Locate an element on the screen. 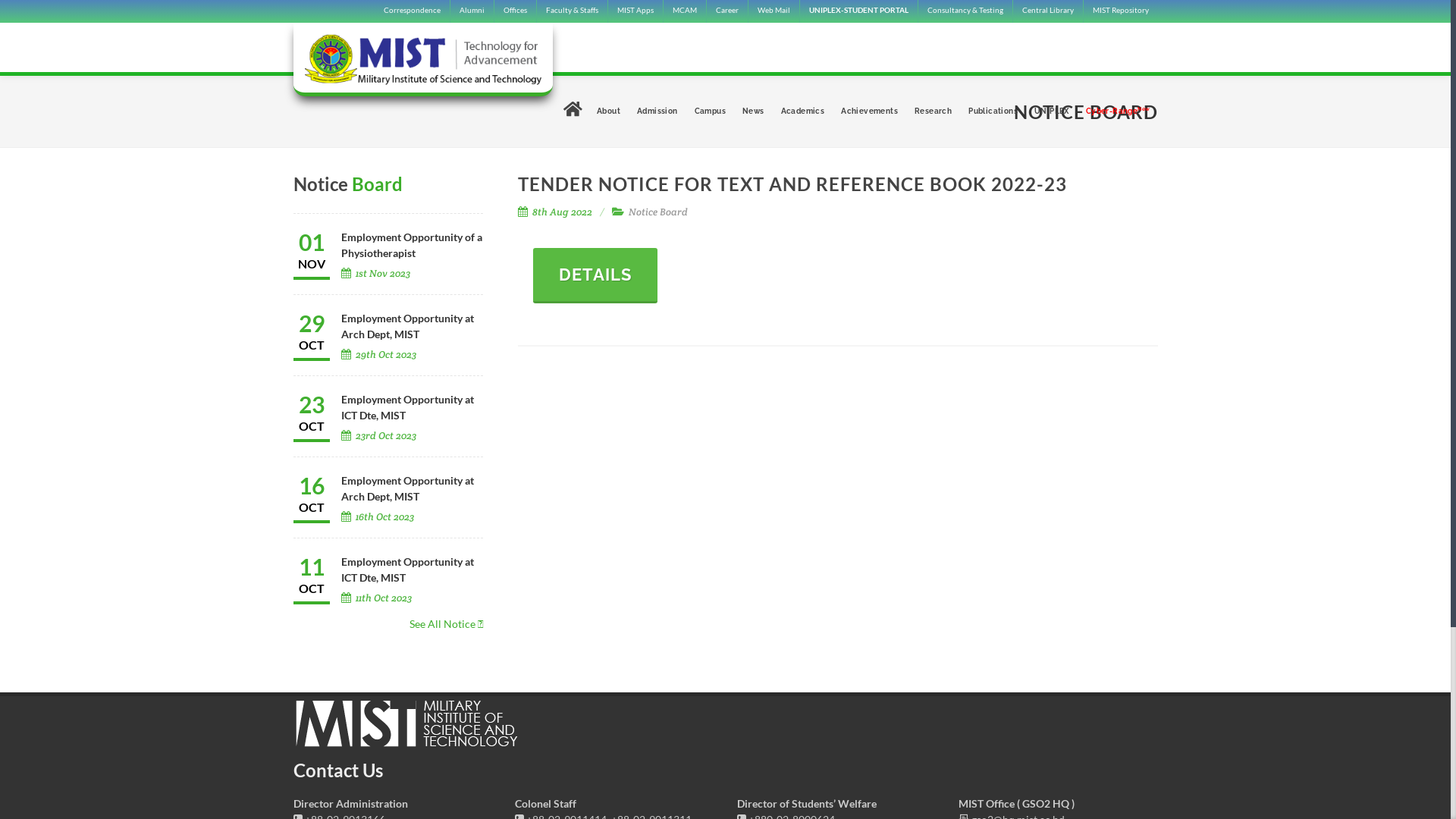 Image resolution: width=1456 pixels, height=819 pixels. 'Notice Board' is located at coordinates (658, 212).